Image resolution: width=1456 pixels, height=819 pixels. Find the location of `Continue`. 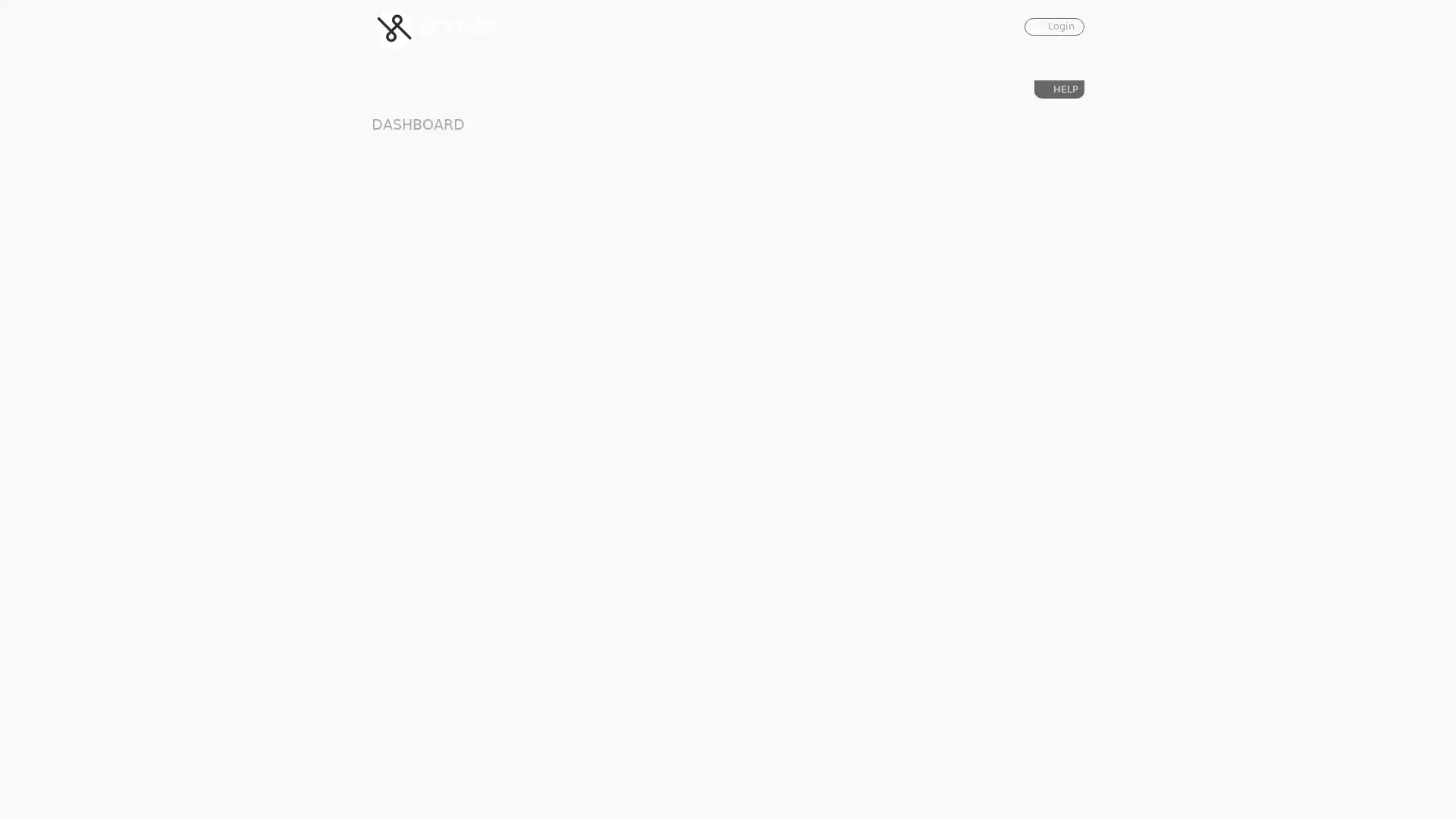

Continue is located at coordinates (616, 297).